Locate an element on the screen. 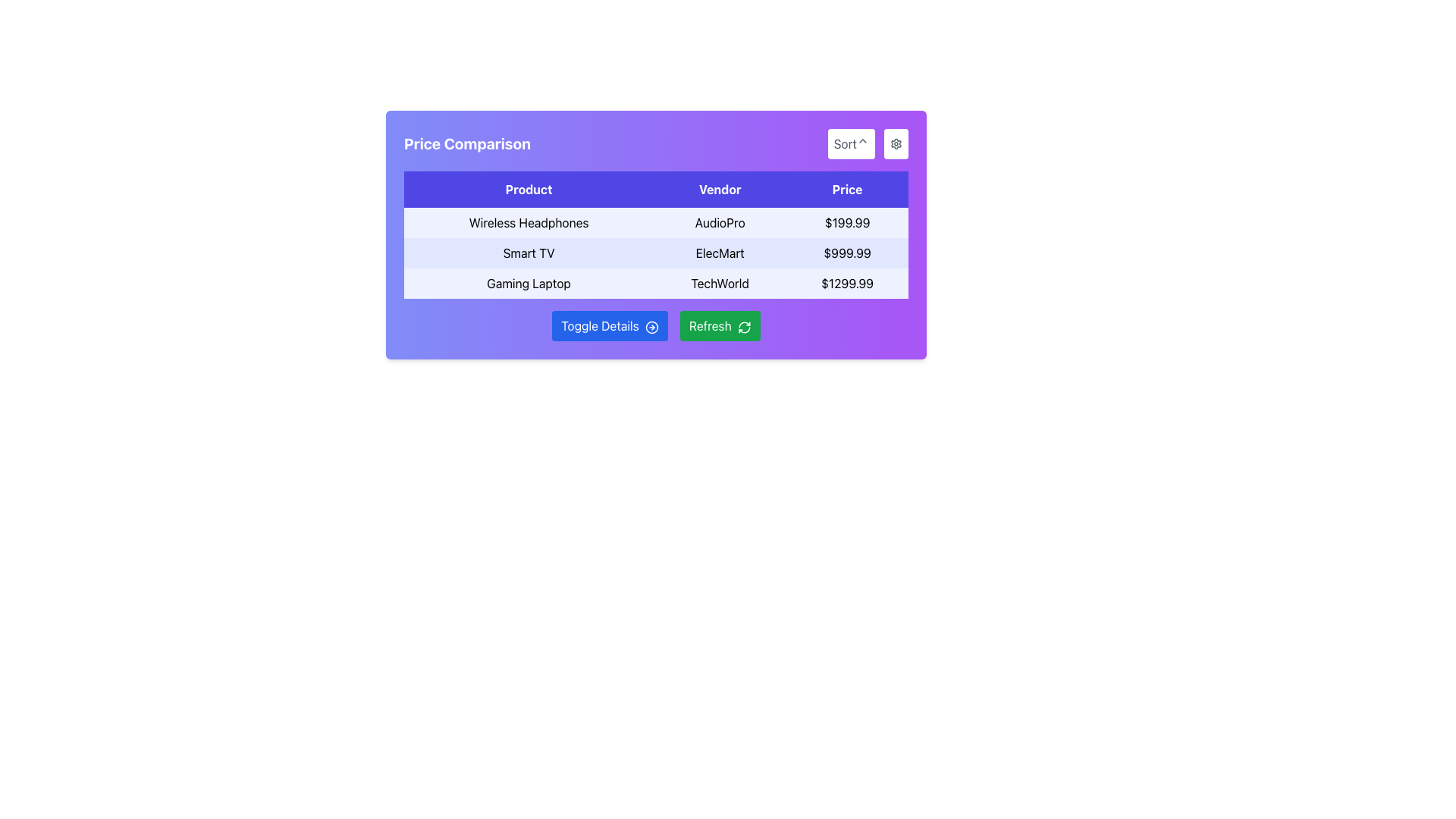 The image size is (1456, 819). the second row of the table displaying 'Smart TV', 'ElecMart', and '$999.99' under the respective headers 'Product', 'Vendor', and 'Price' is located at coordinates (656, 253).